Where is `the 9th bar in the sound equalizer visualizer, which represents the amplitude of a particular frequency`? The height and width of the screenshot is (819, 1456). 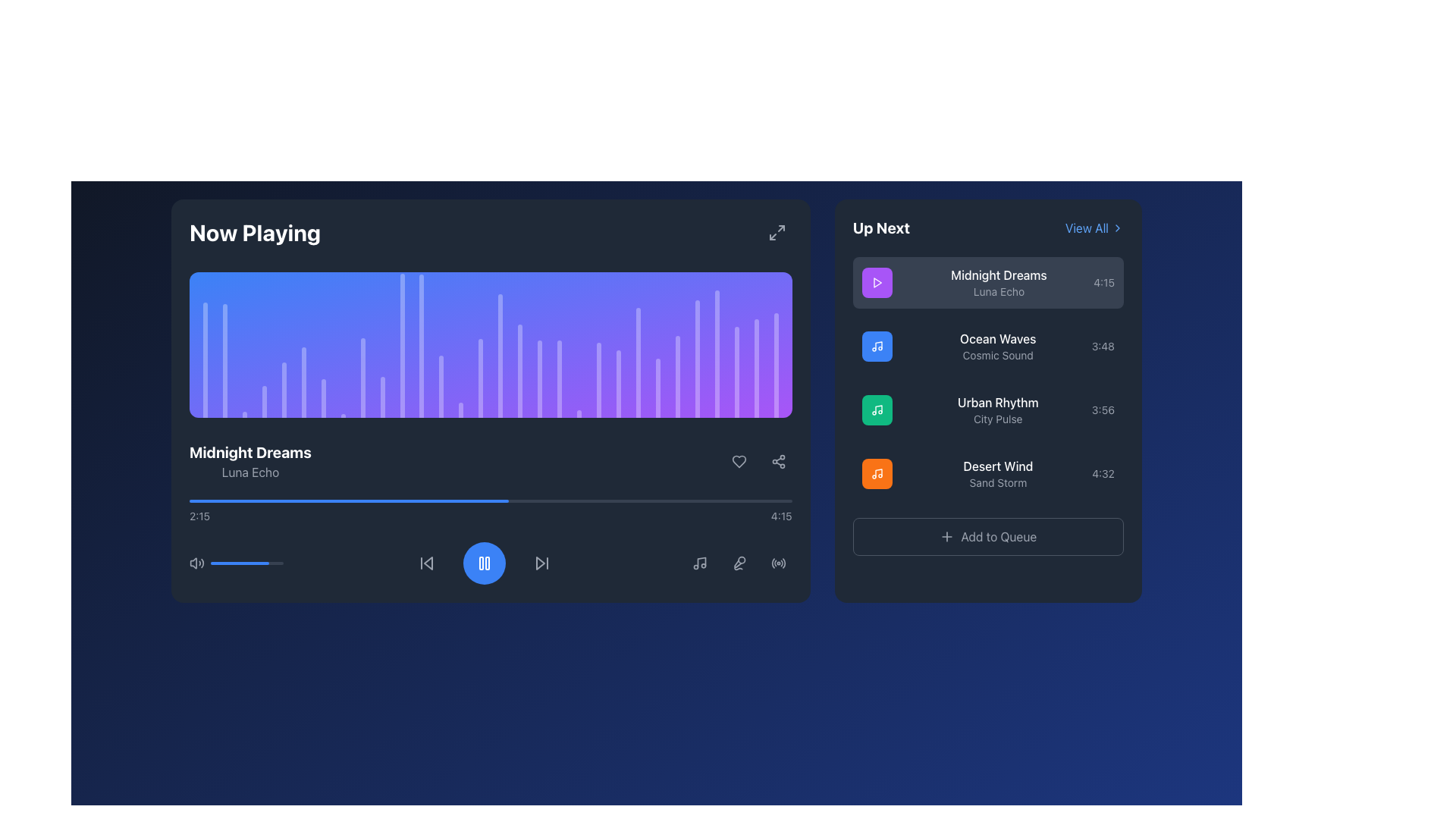
the 9th bar in the sound equalizer visualizer, which represents the amplitude of a particular frequency is located at coordinates (362, 377).